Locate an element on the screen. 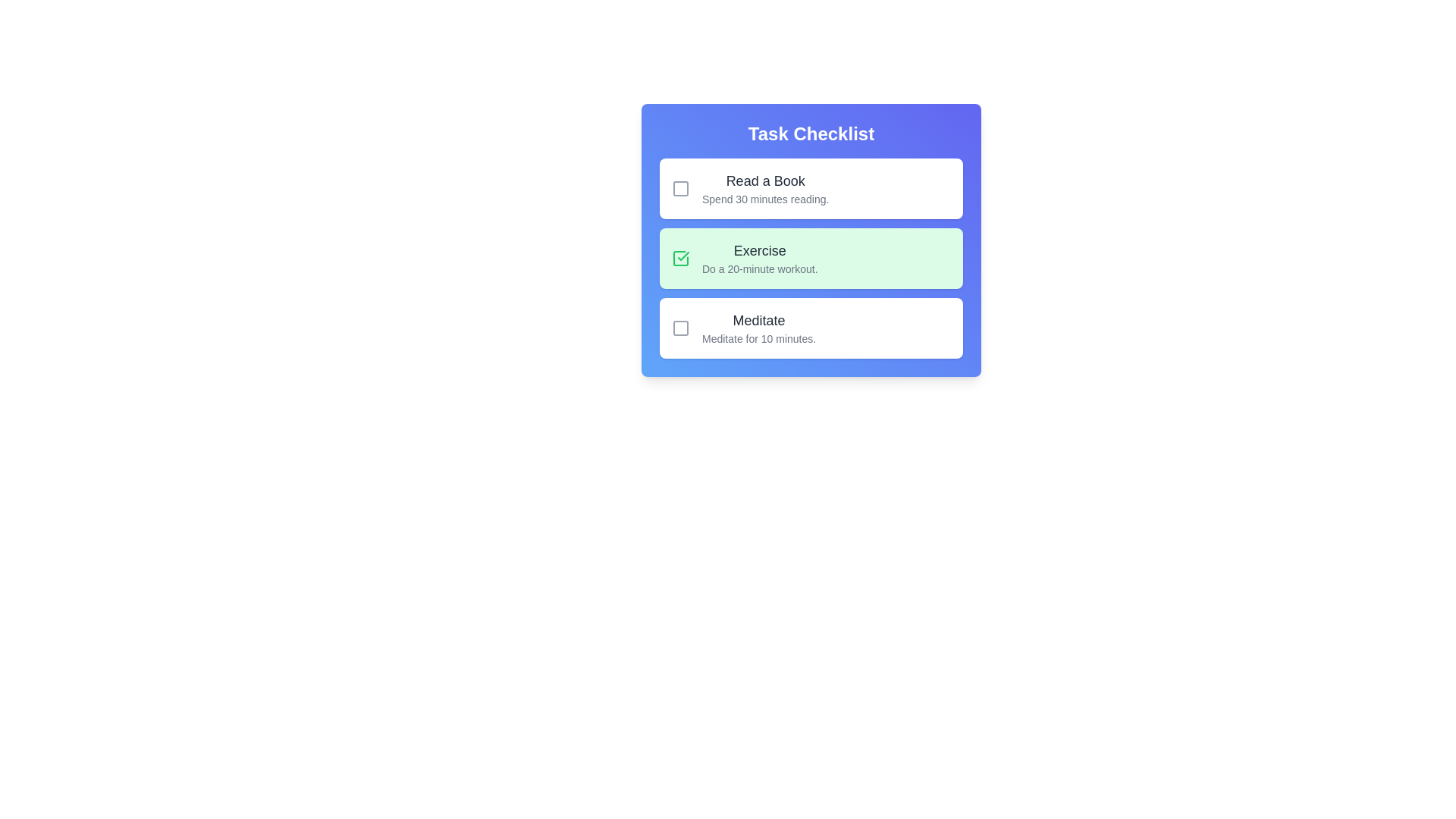  the task text to inspect its details. Specify the task title as Exercise is located at coordinates (760, 250).